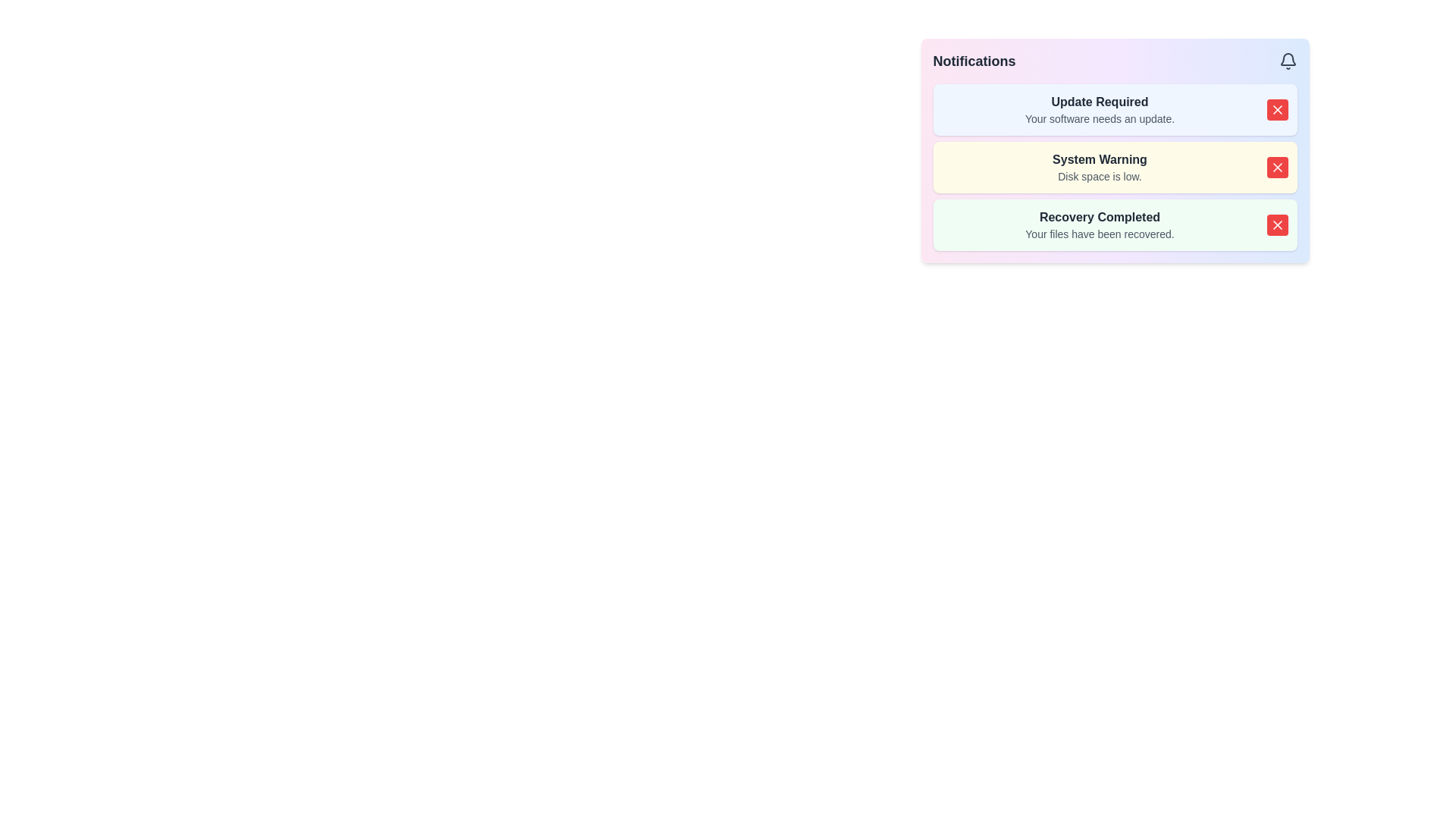 This screenshot has width=1456, height=819. What do you see at coordinates (1100, 102) in the screenshot?
I see `the 'Update Required' text label, which is prominently displayed in bold dark gray font at the top-left section of the notification list` at bounding box center [1100, 102].